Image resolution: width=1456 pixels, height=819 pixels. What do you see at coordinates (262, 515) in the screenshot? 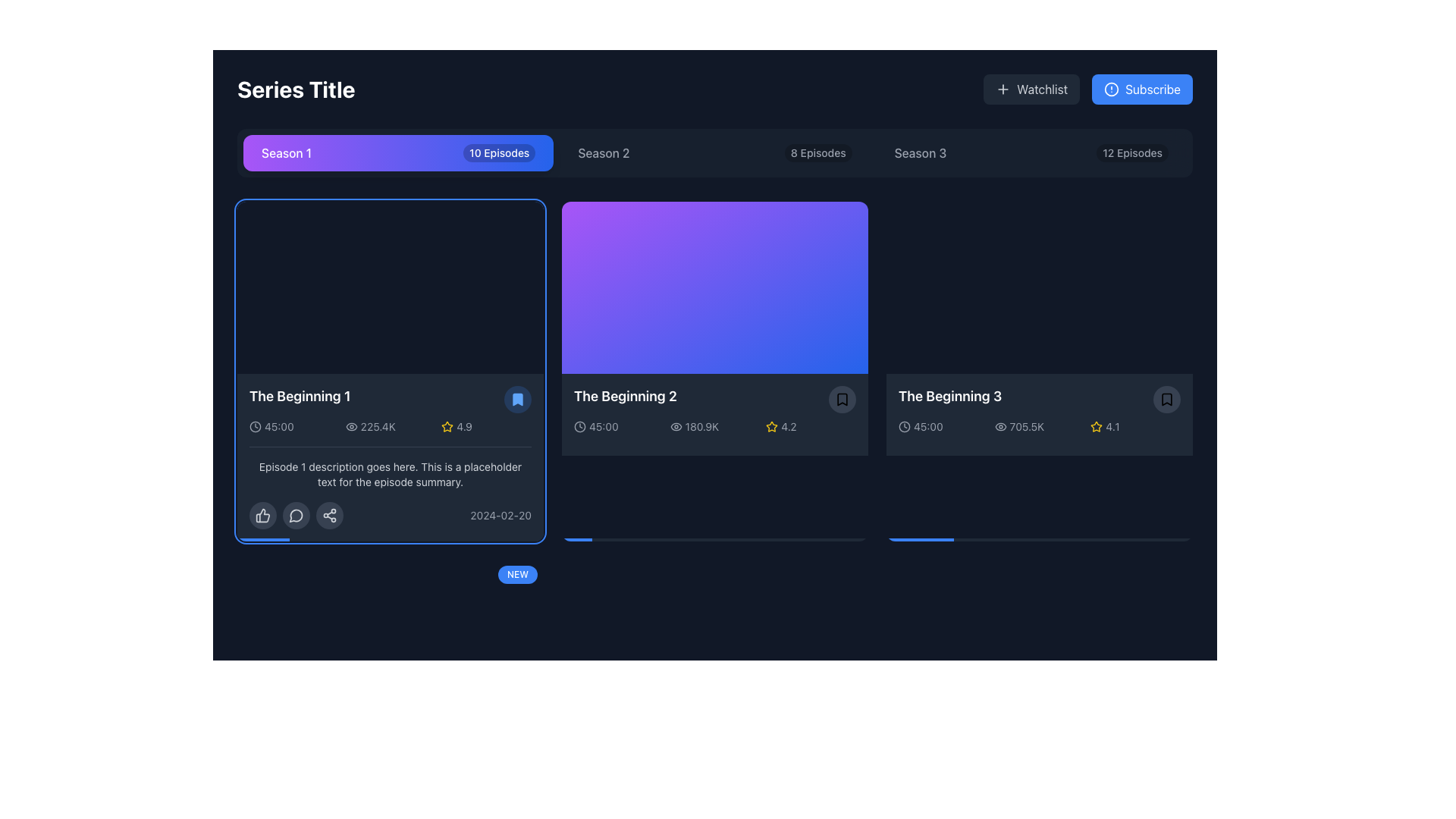
I see `the 'like' icon located at the bottom-right corner of the card for 'The Beginning 1' to express appreciation for the content` at bounding box center [262, 515].